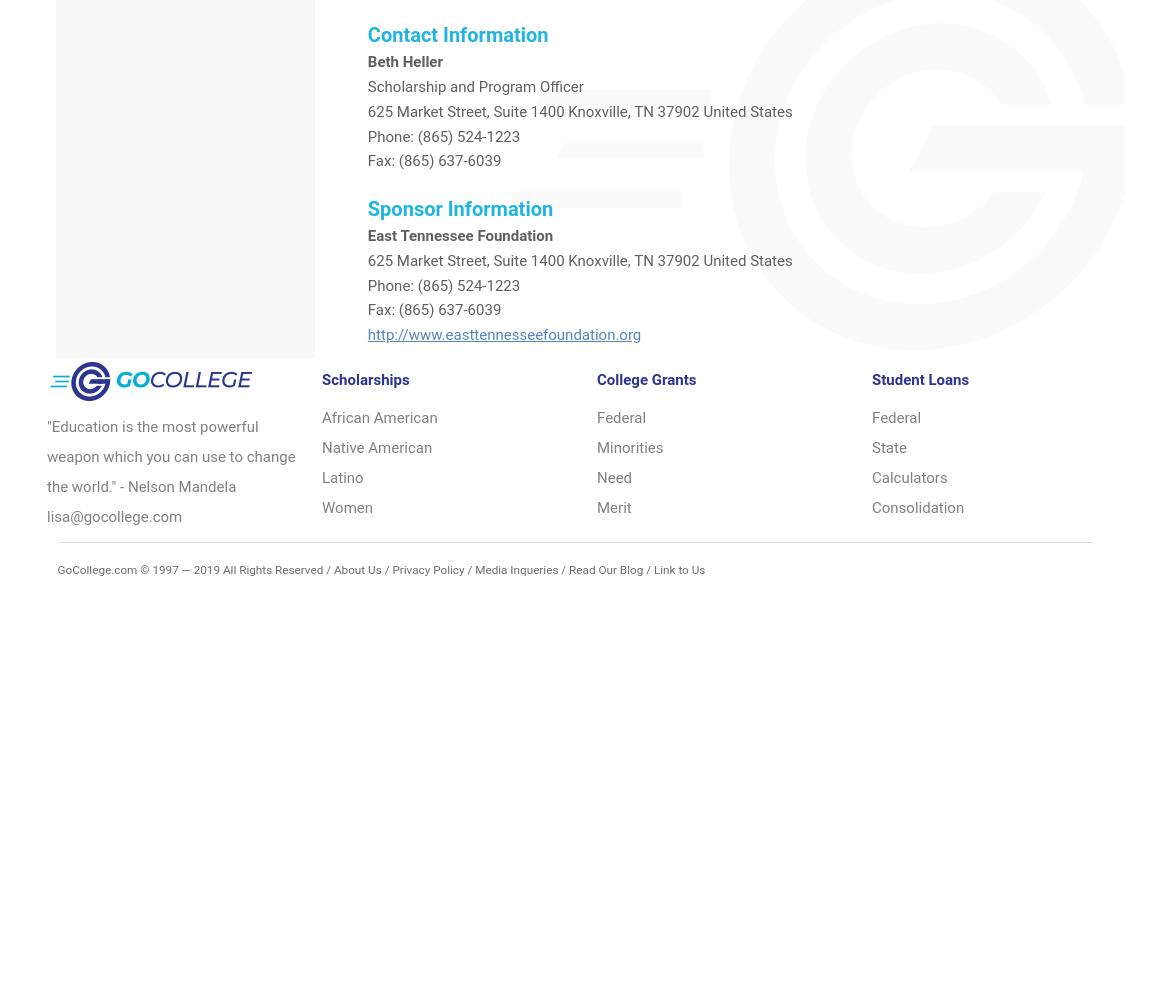 The width and height of the screenshot is (1150, 1000). I want to click on 'State', so click(888, 446).